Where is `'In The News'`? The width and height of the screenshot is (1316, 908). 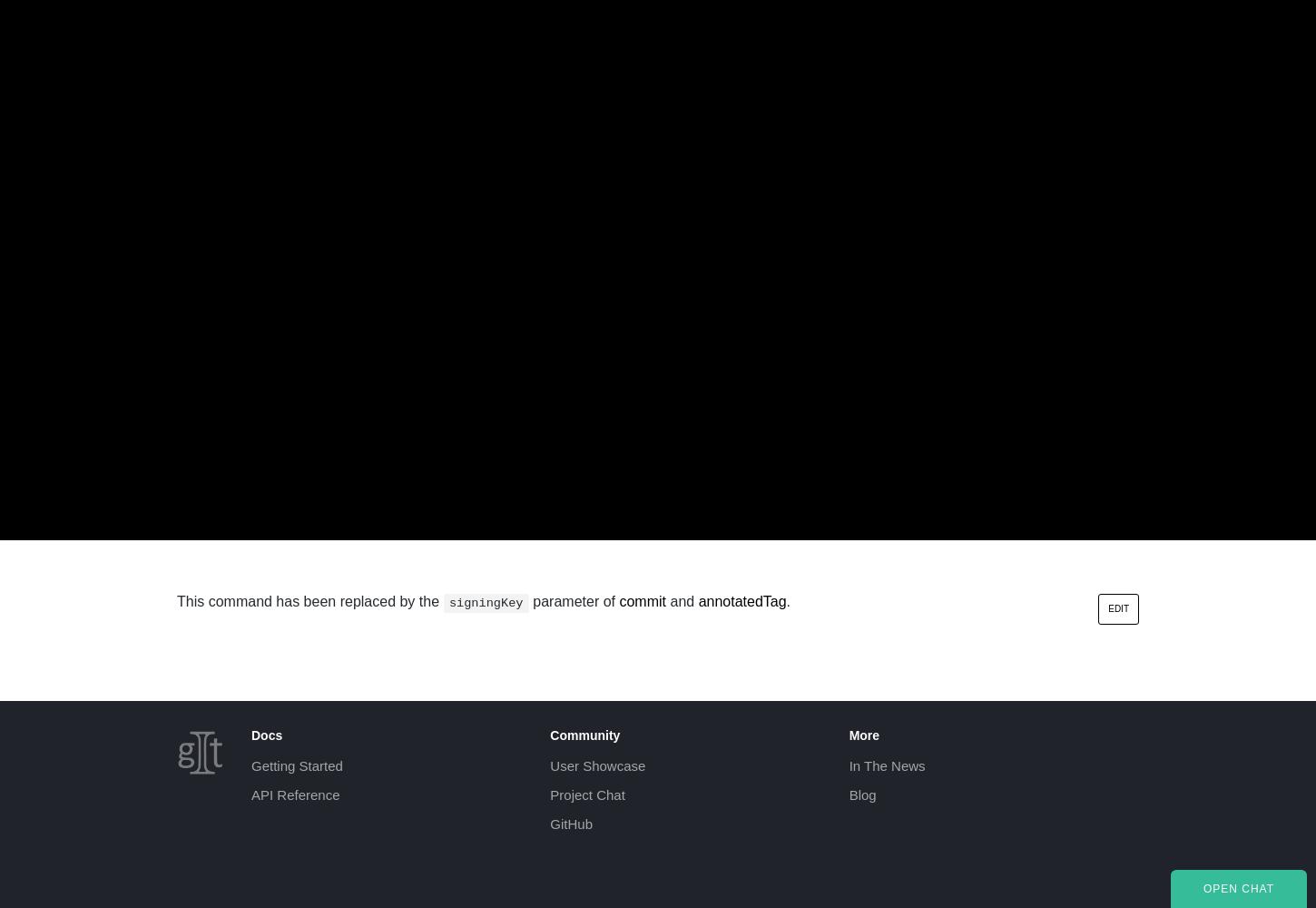 'In The News' is located at coordinates (887, 765).